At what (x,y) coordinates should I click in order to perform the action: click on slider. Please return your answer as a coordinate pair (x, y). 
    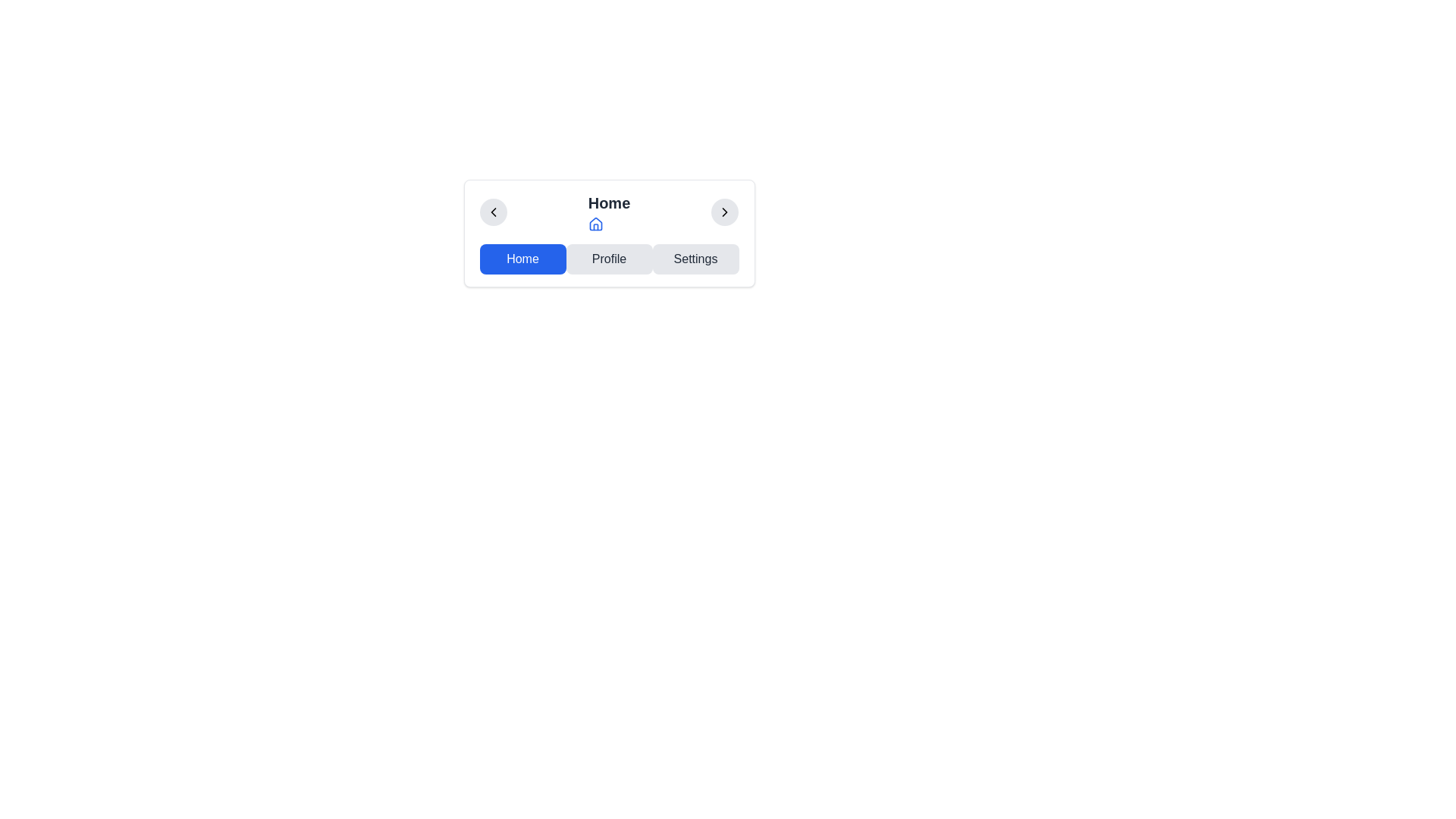
    Looking at the image, I should click on (503, 212).